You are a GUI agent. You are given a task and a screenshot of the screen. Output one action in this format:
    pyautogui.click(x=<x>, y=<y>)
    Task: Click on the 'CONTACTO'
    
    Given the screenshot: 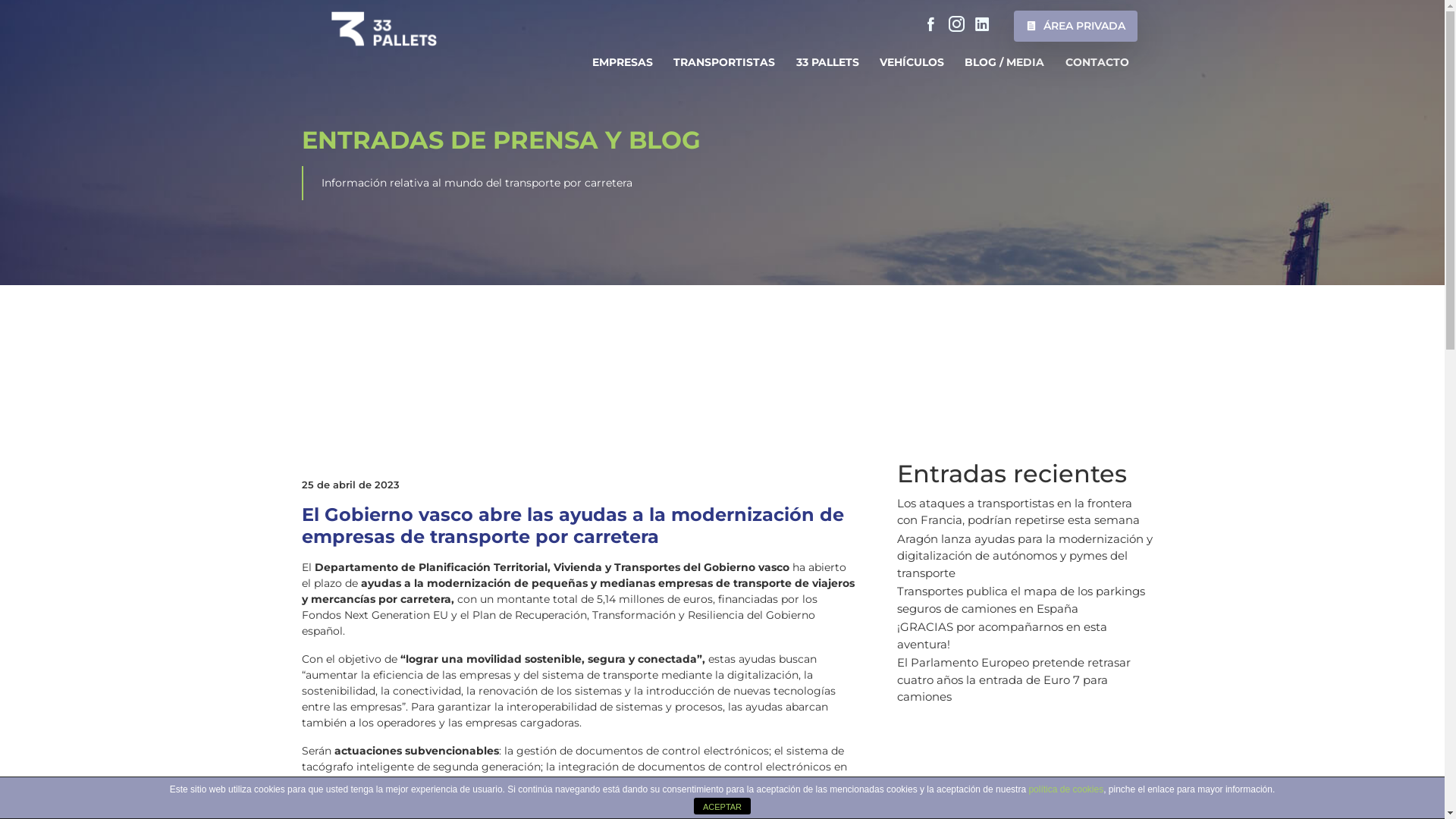 What is the action you would take?
    pyautogui.click(x=1097, y=62)
    